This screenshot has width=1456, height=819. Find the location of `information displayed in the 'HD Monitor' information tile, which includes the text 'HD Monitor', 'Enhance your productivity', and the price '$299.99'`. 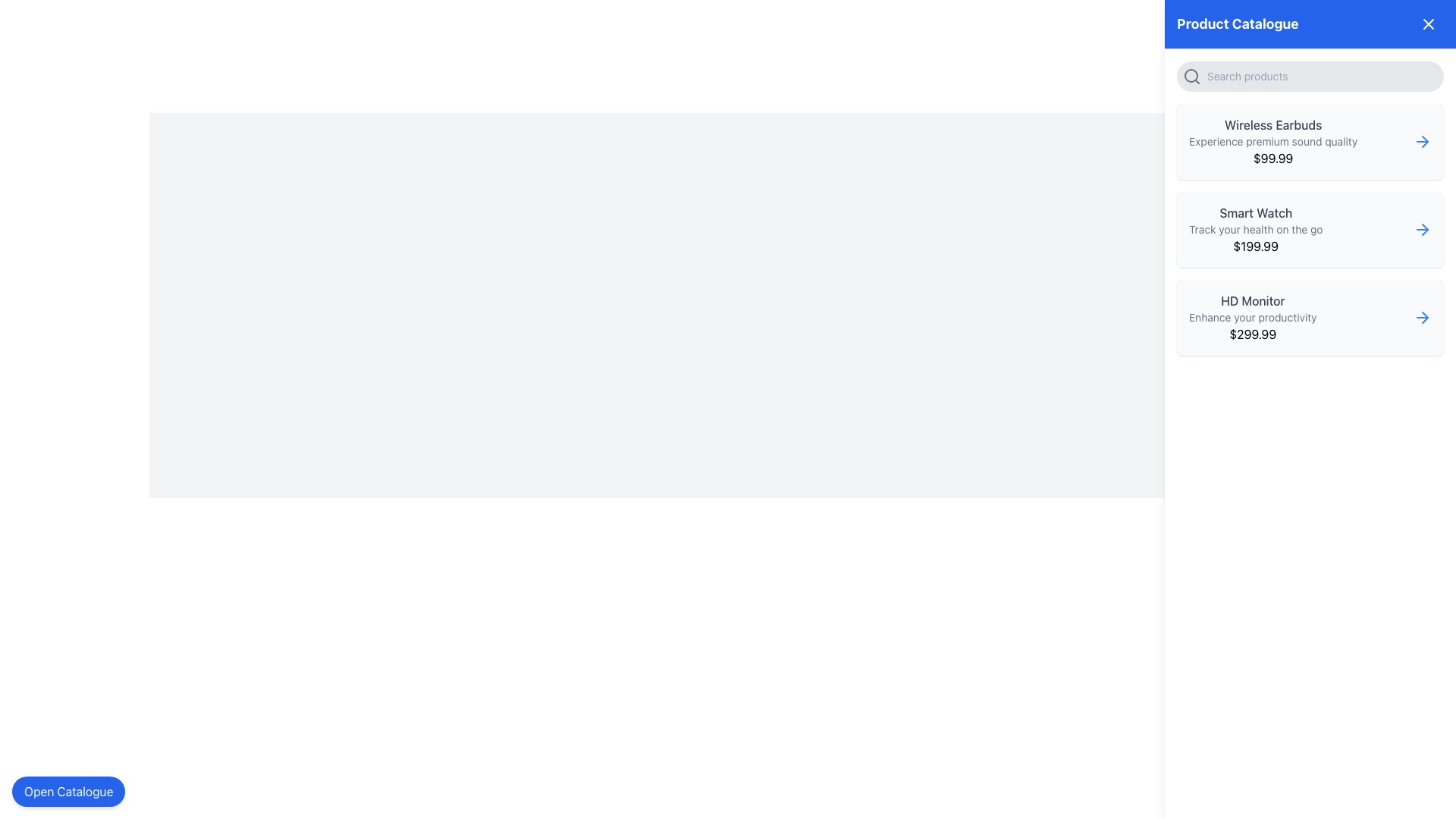

information displayed in the 'HD Monitor' information tile, which includes the text 'HD Monitor', 'Enhance your productivity', and the price '$299.99' is located at coordinates (1253, 317).